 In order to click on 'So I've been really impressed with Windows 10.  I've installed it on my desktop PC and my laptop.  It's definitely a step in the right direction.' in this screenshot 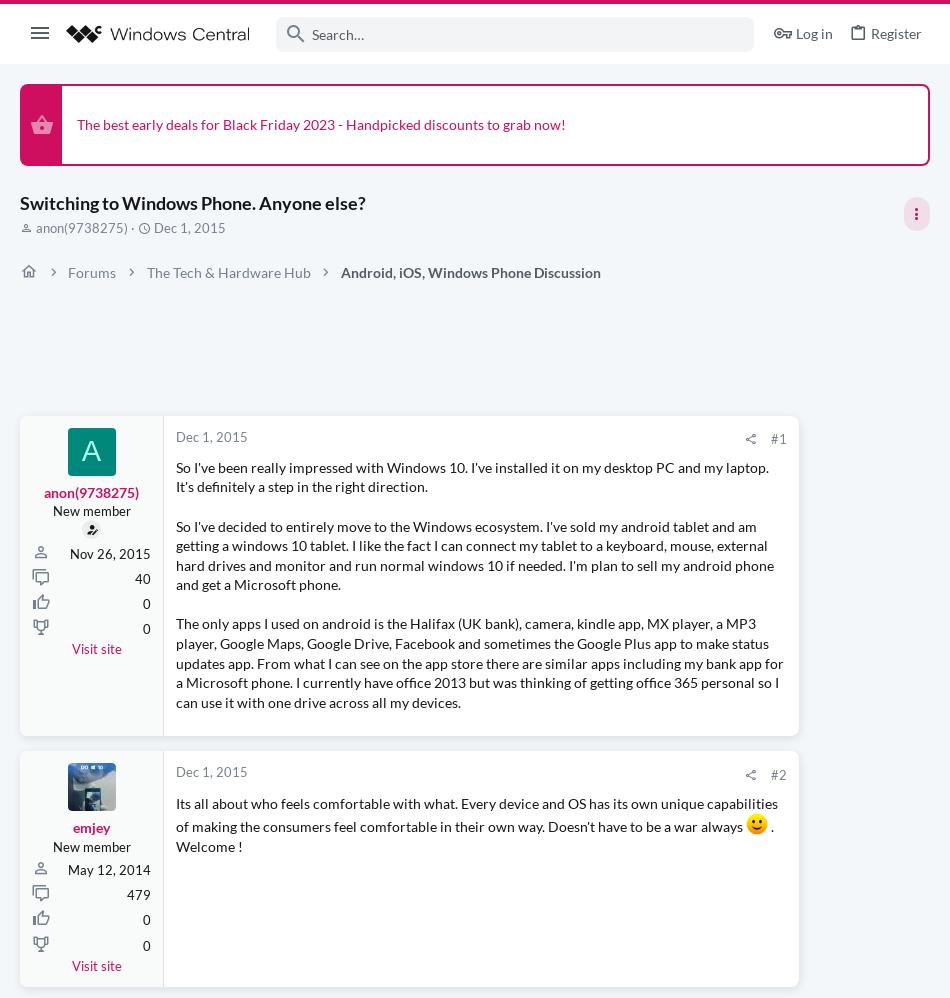, I will do `click(376, 485)`.